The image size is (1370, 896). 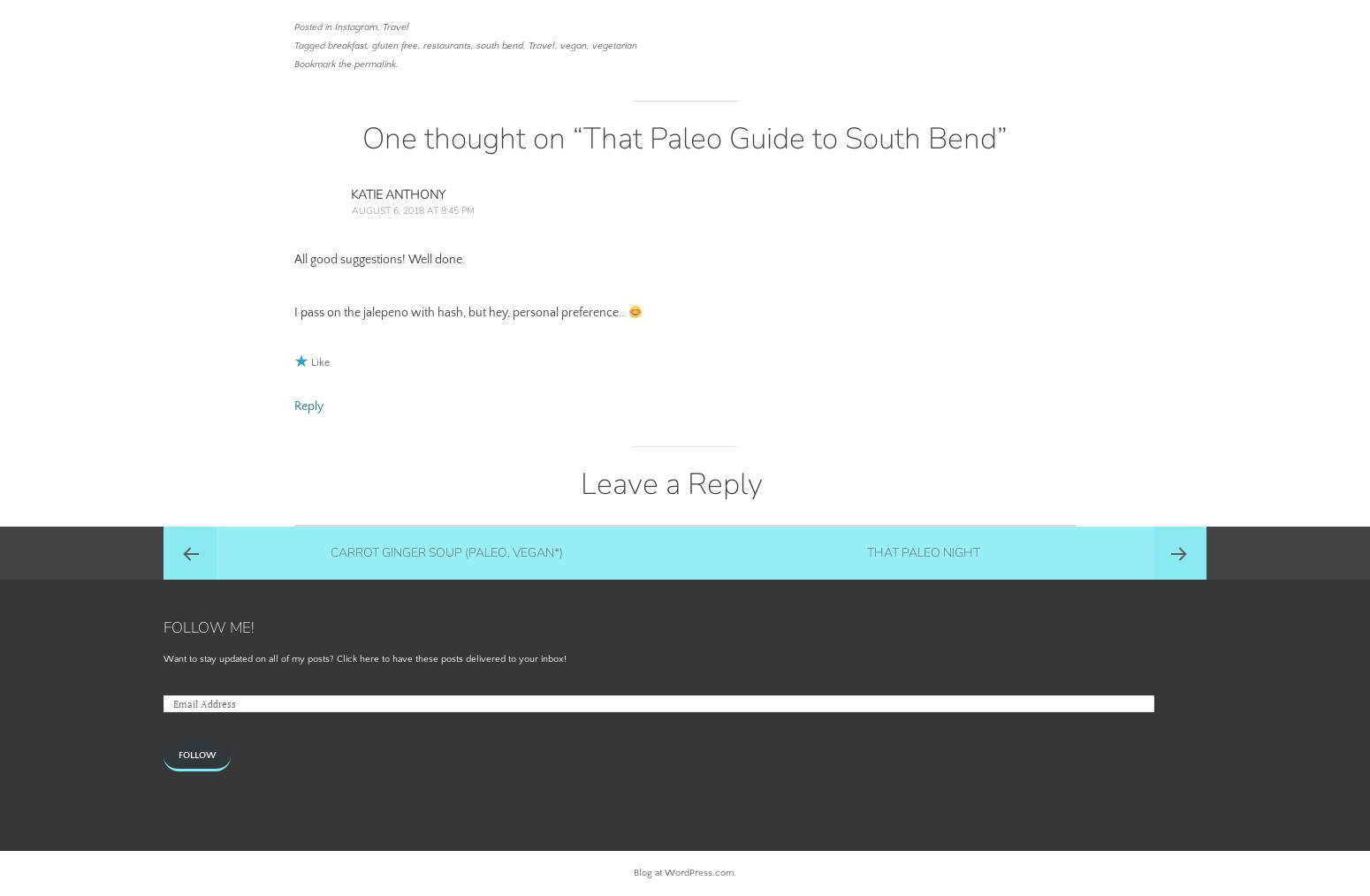 What do you see at coordinates (365, 657) in the screenshot?
I see `'Want to stay updated on all of my posts? Click here to have these posts delivered to your inbox!'` at bounding box center [365, 657].